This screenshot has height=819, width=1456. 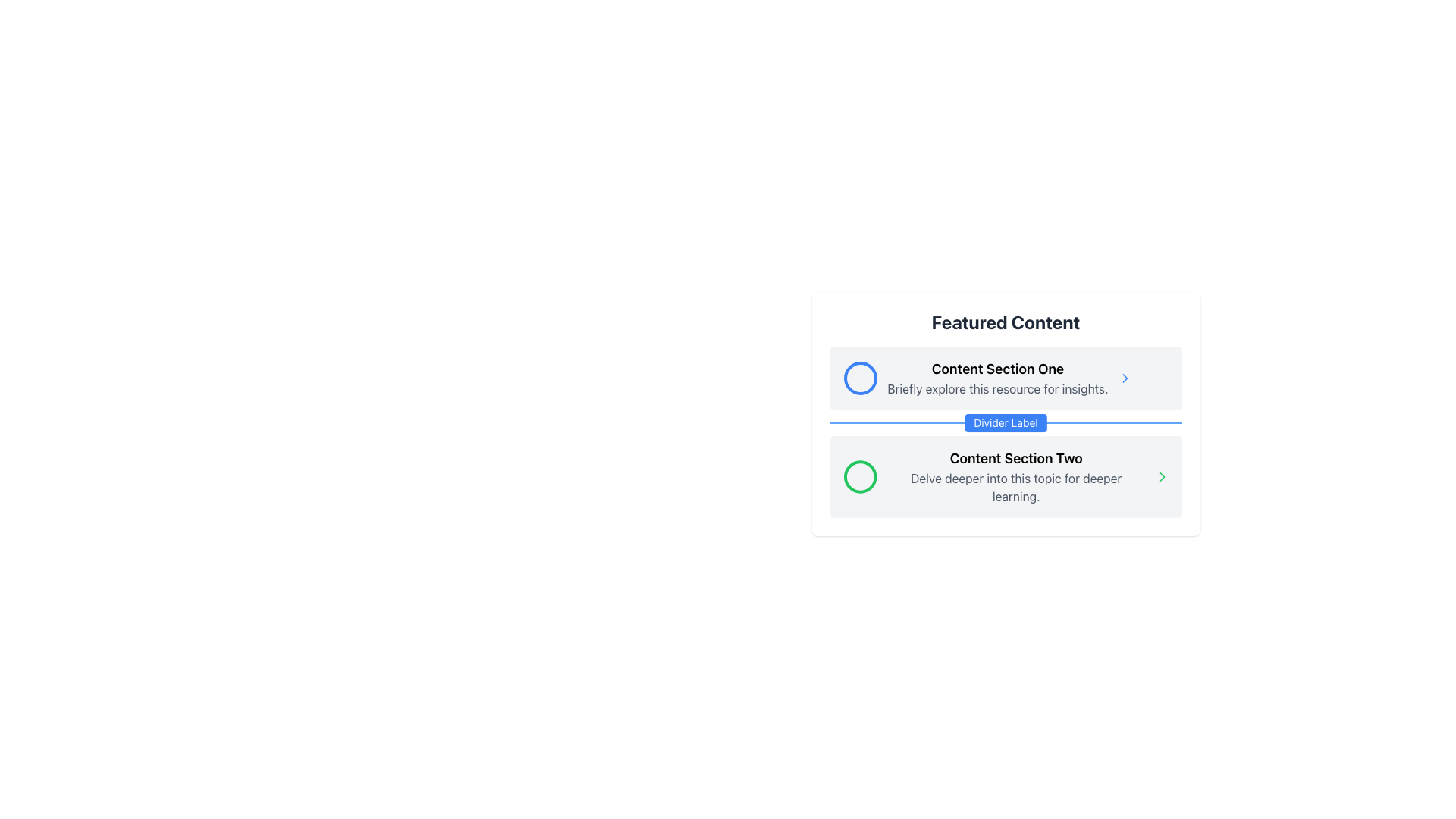 What do you see at coordinates (1006, 377) in the screenshot?
I see `the Button-like Content Section that serves as a clickable item for 'Content Section One'` at bounding box center [1006, 377].